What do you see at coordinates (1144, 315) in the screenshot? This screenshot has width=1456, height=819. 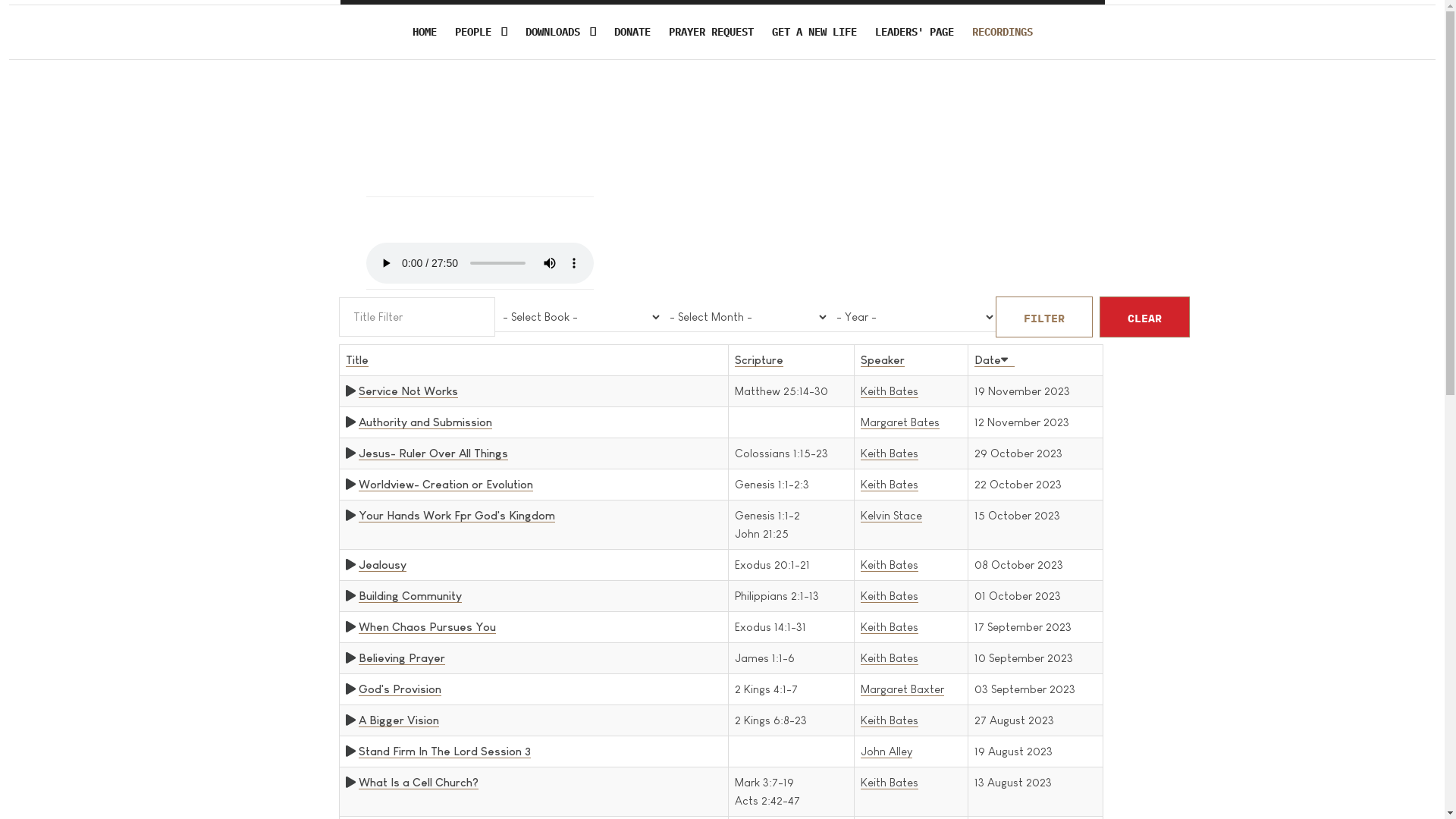 I see `'CLEAR'` at bounding box center [1144, 315].